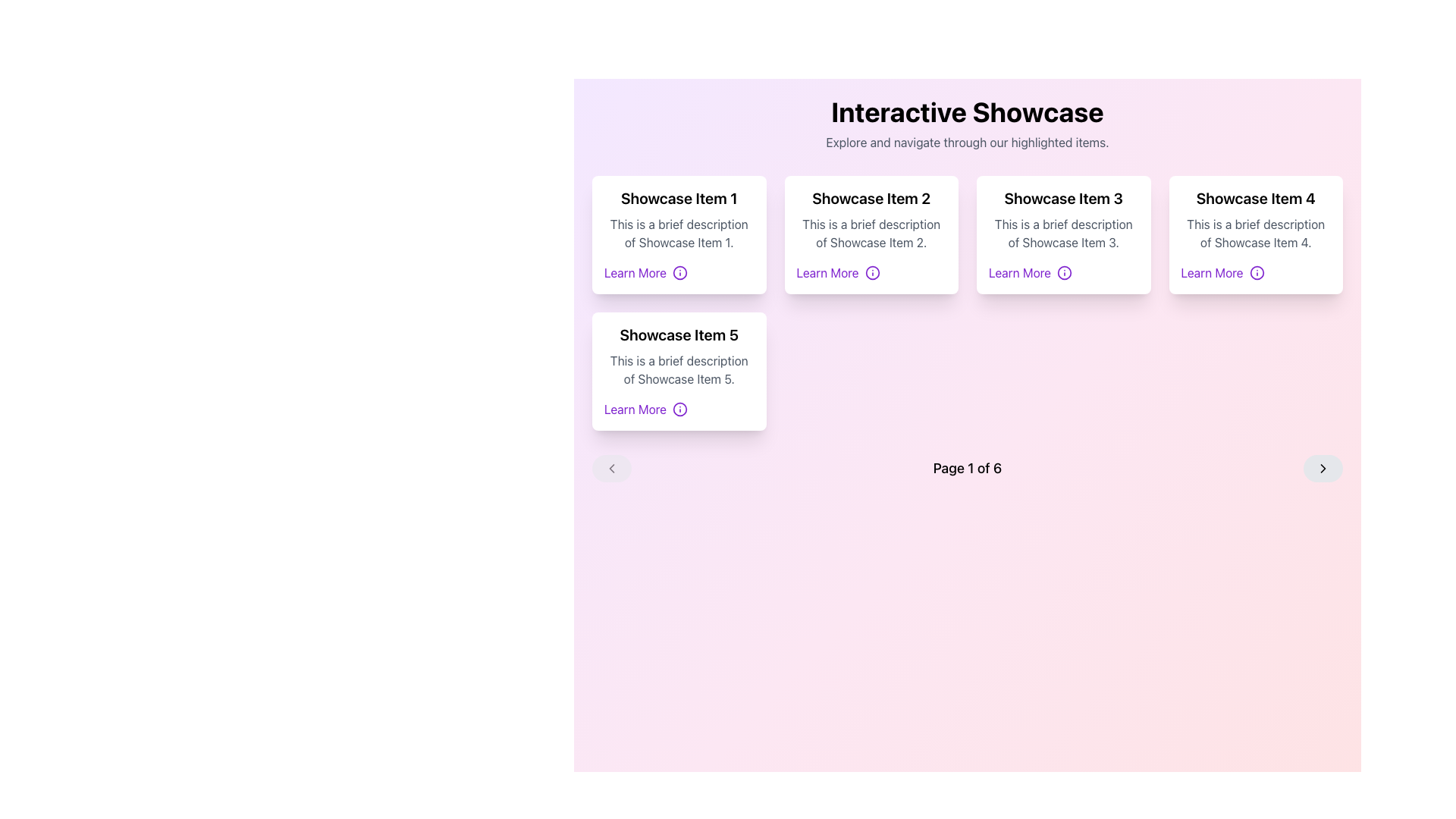  I want to click on bold, black text label titled 'Showcase Item 1' located at the top of the leftmost card in the showcase interface to understand the title, so click(678, 198).